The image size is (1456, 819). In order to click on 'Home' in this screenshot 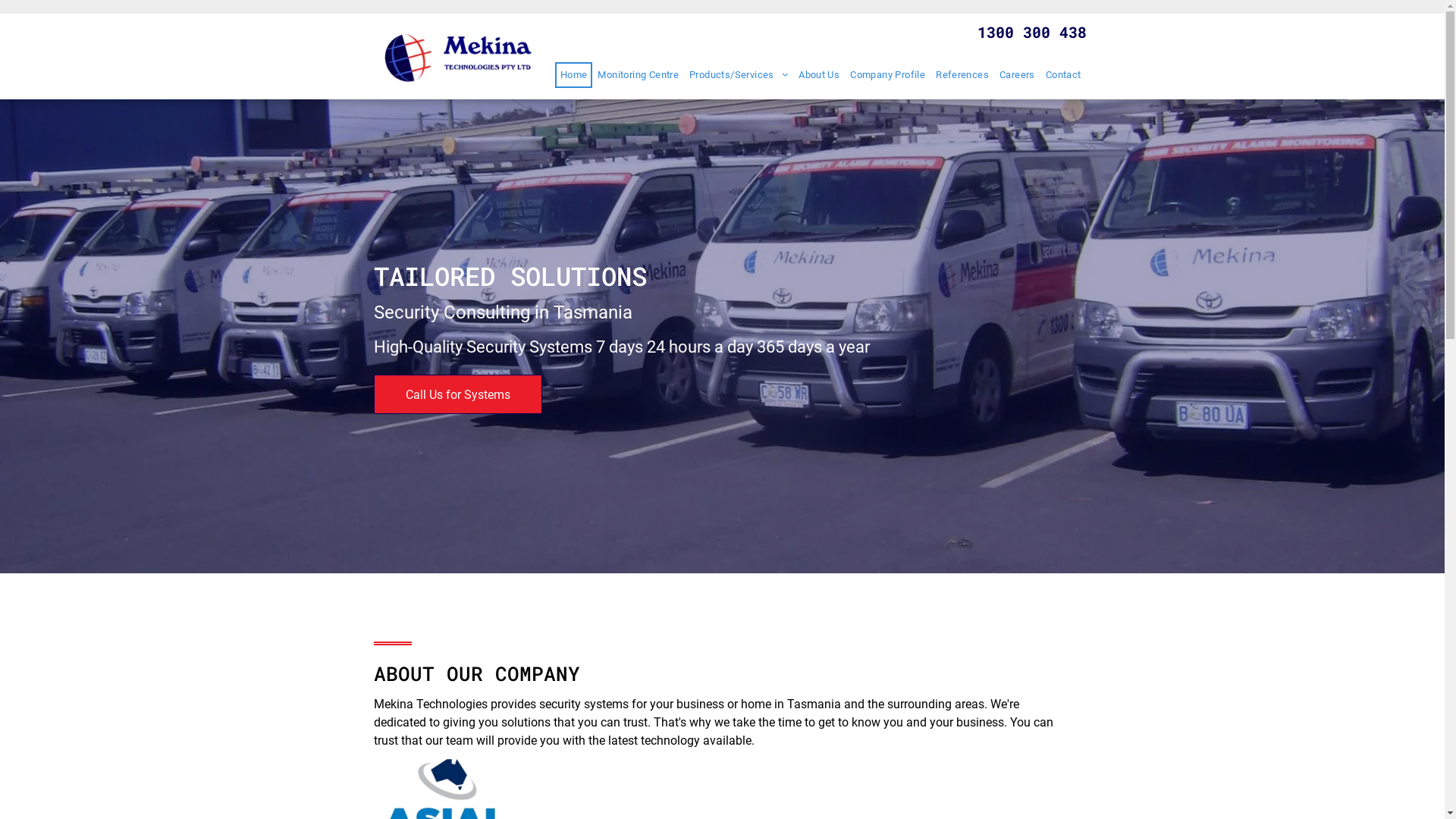, I will do `click(573, 75)`.